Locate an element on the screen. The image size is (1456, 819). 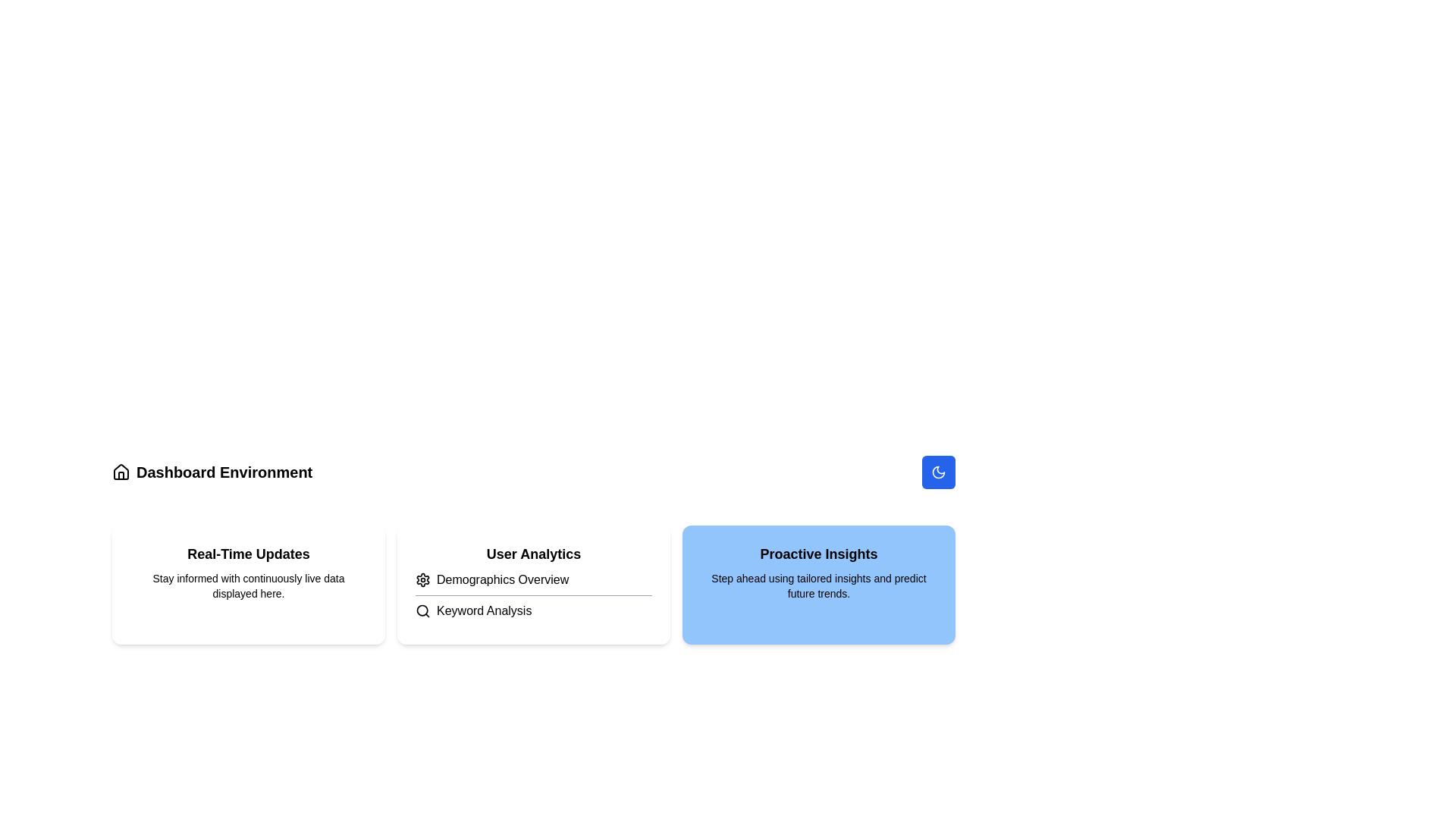
displayed information from the 'Real-Time Updates' informational card, which is the first card in a three-card grid layout with a light gray background and rounded corners is located at coordinates (248, 584).